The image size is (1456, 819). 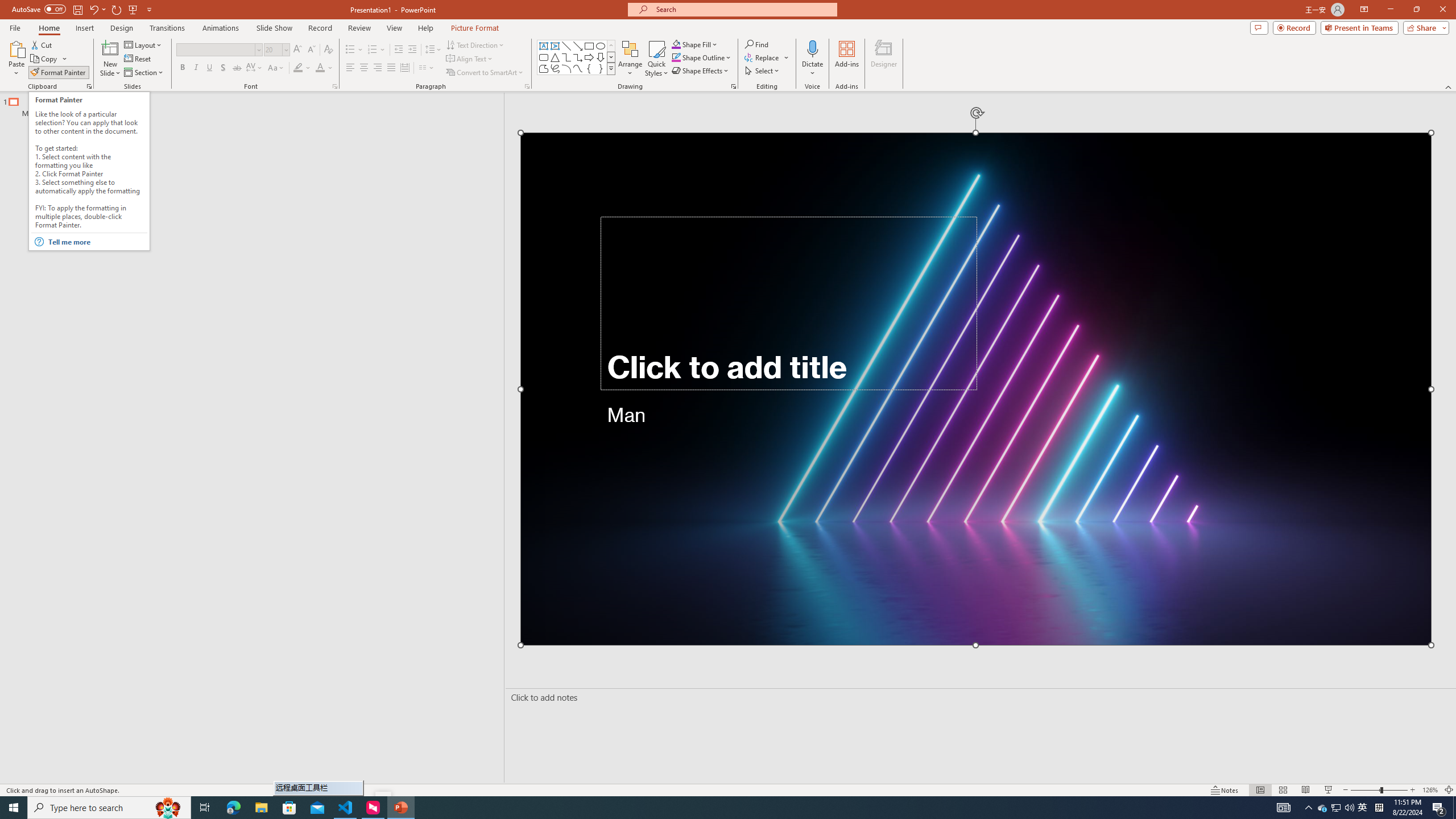 What do you see at coordinates (42, 44) in the screenshot?
I see `'Cut'` at bounding box center [42, 44].